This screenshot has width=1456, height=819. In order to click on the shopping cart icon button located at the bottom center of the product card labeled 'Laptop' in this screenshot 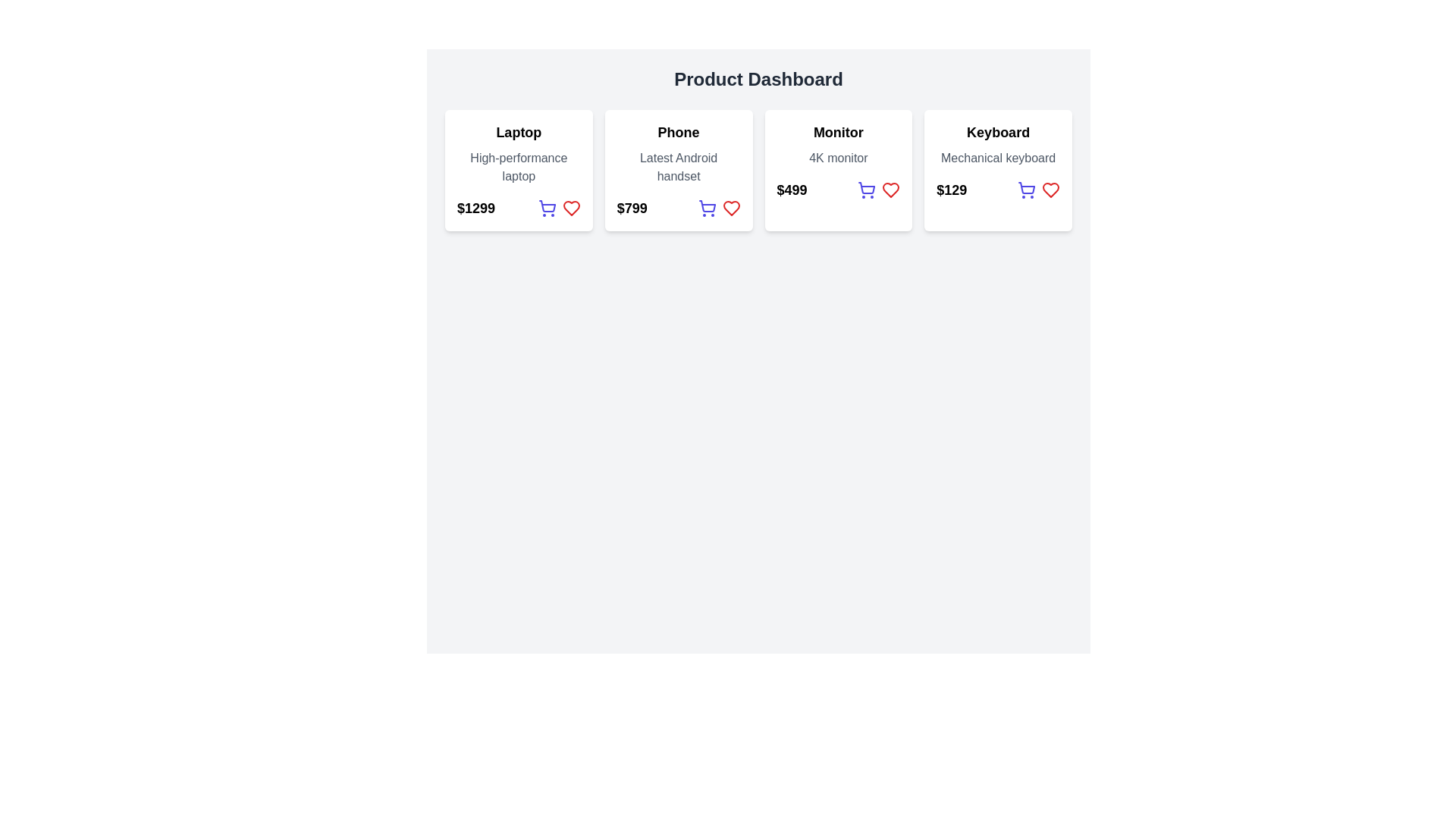, I will do `click(546, 208)`.